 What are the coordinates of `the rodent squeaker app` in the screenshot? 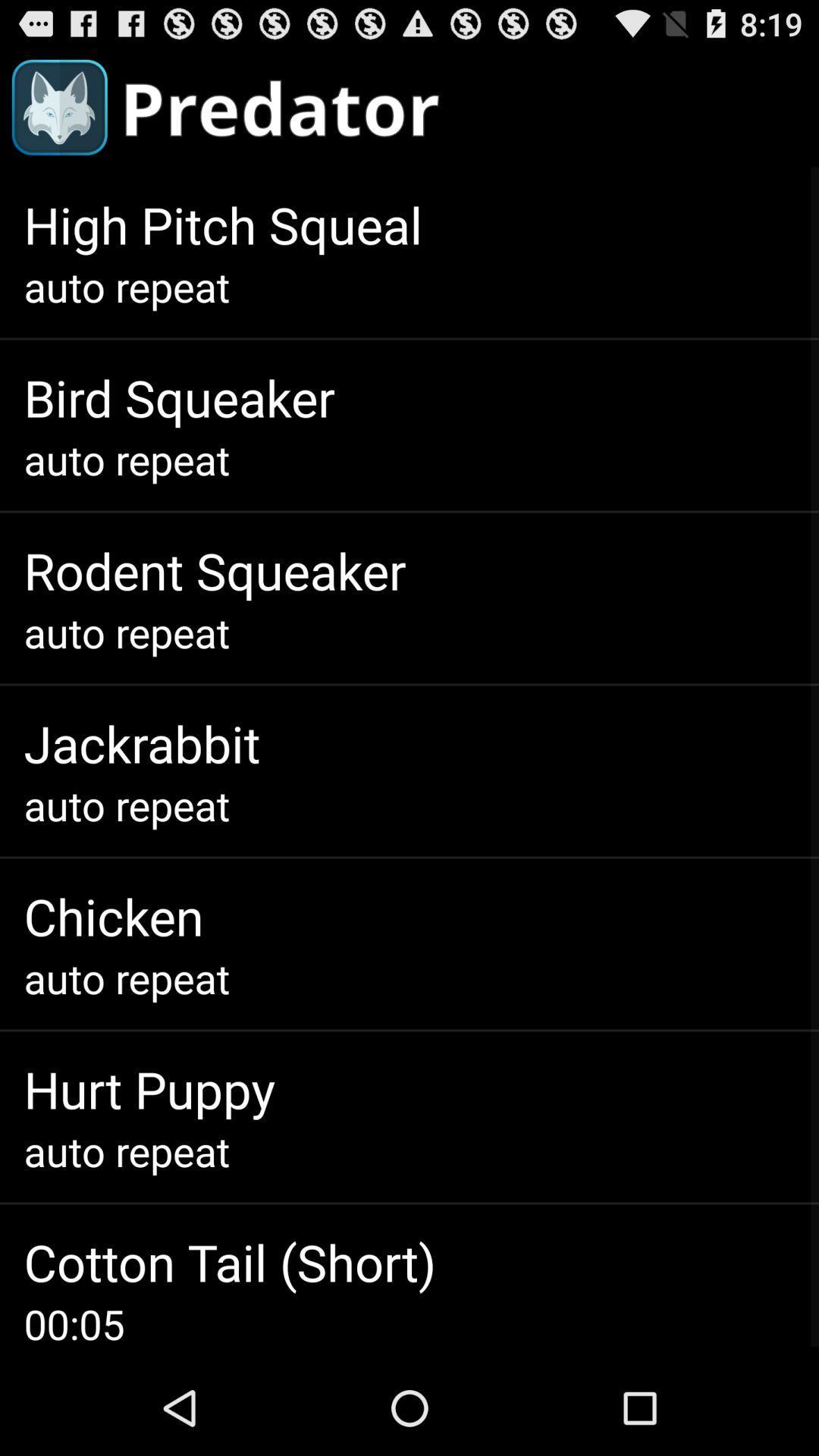 It's located at (215, 570).